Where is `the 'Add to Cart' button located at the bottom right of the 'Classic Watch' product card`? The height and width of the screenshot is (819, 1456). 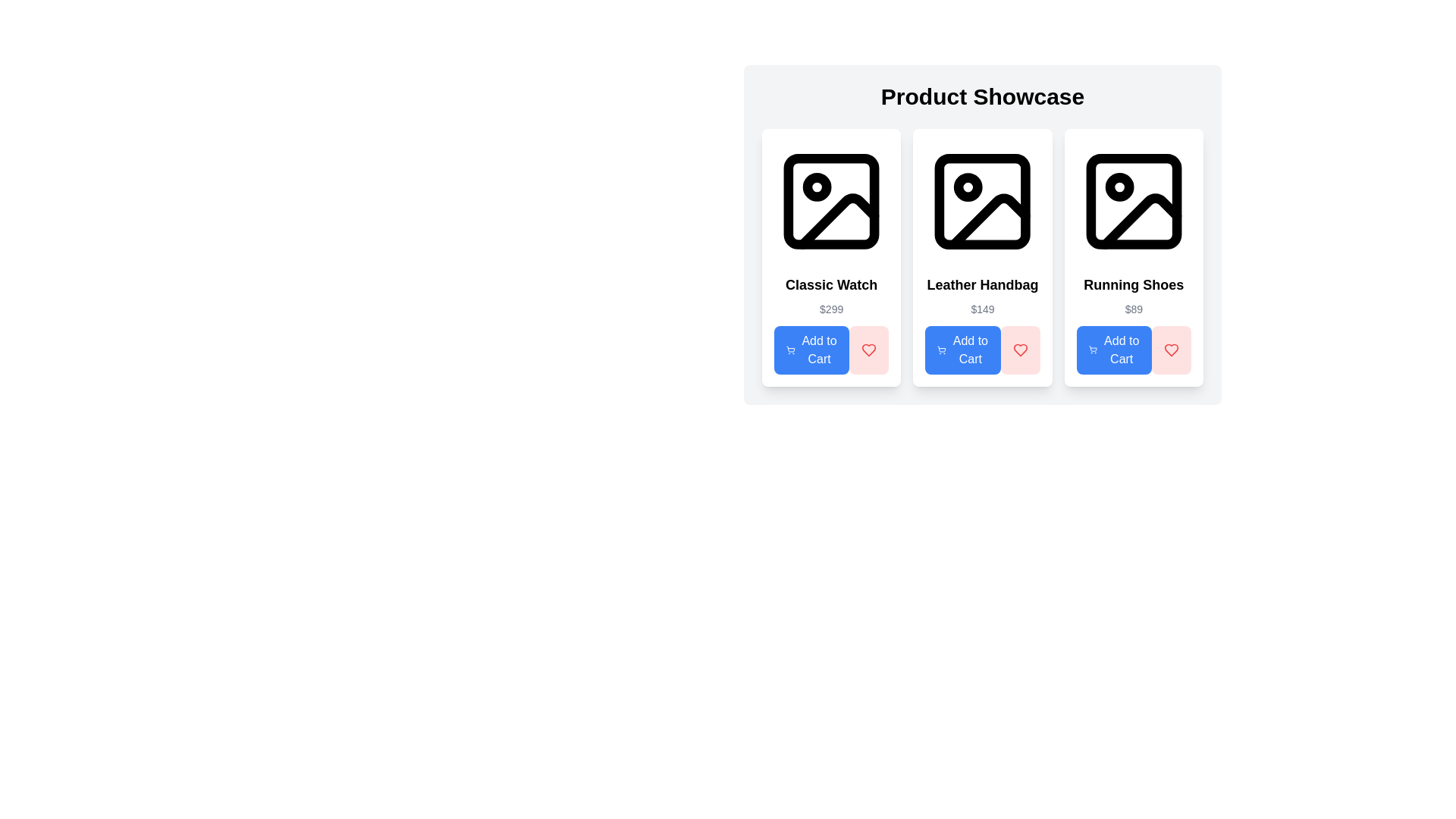 the 'Add to Cart' button located at the bottom right of the 'Classic Watch' product card is located at coordinates (830, 350).